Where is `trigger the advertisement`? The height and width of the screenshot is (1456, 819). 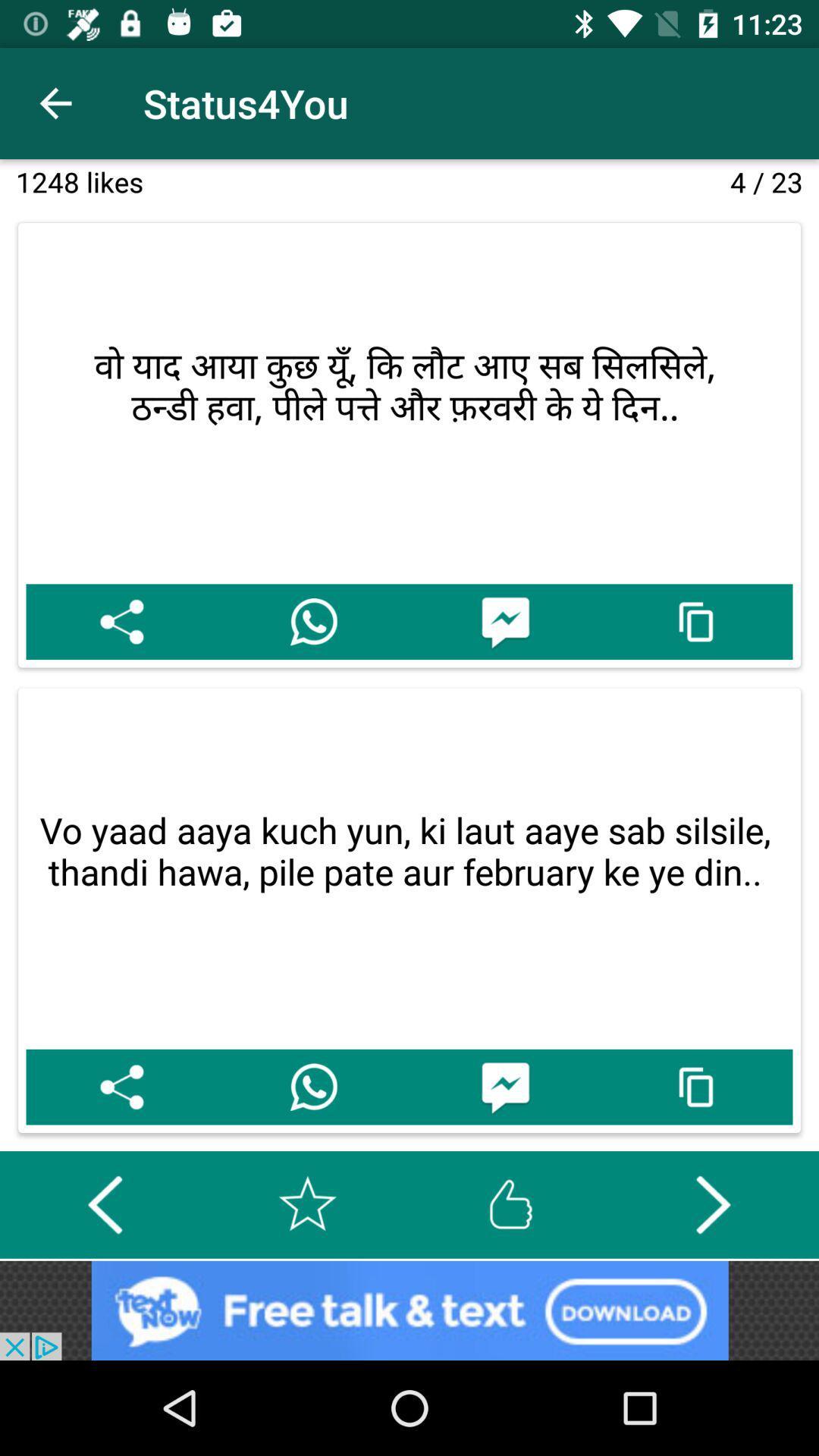
trigger the advertisement is located at coordinates (409, 1310).